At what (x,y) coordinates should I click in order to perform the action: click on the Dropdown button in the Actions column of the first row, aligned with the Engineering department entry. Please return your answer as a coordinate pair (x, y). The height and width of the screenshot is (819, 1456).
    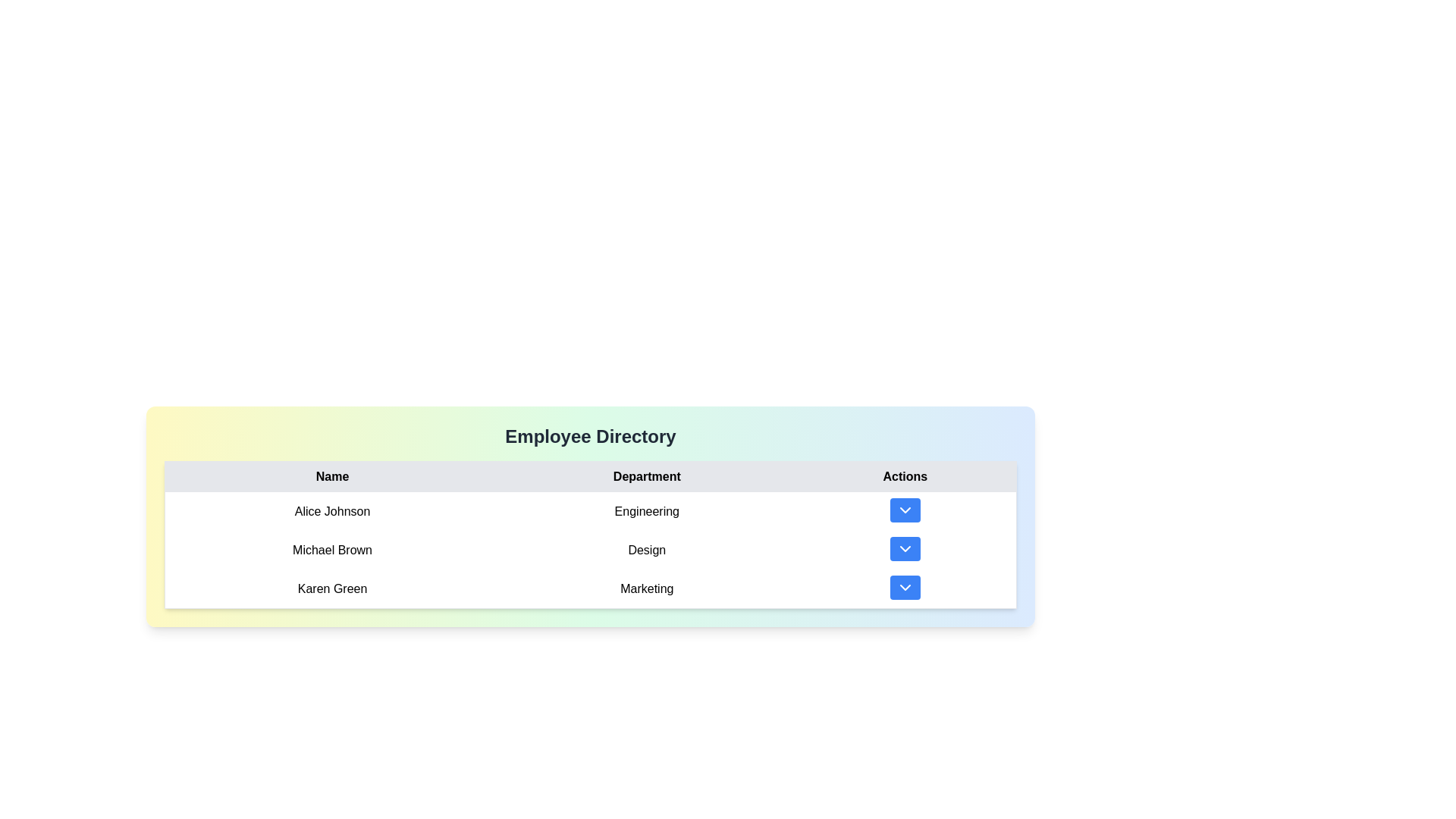
    Looking at the image, I should click on (905, 510).